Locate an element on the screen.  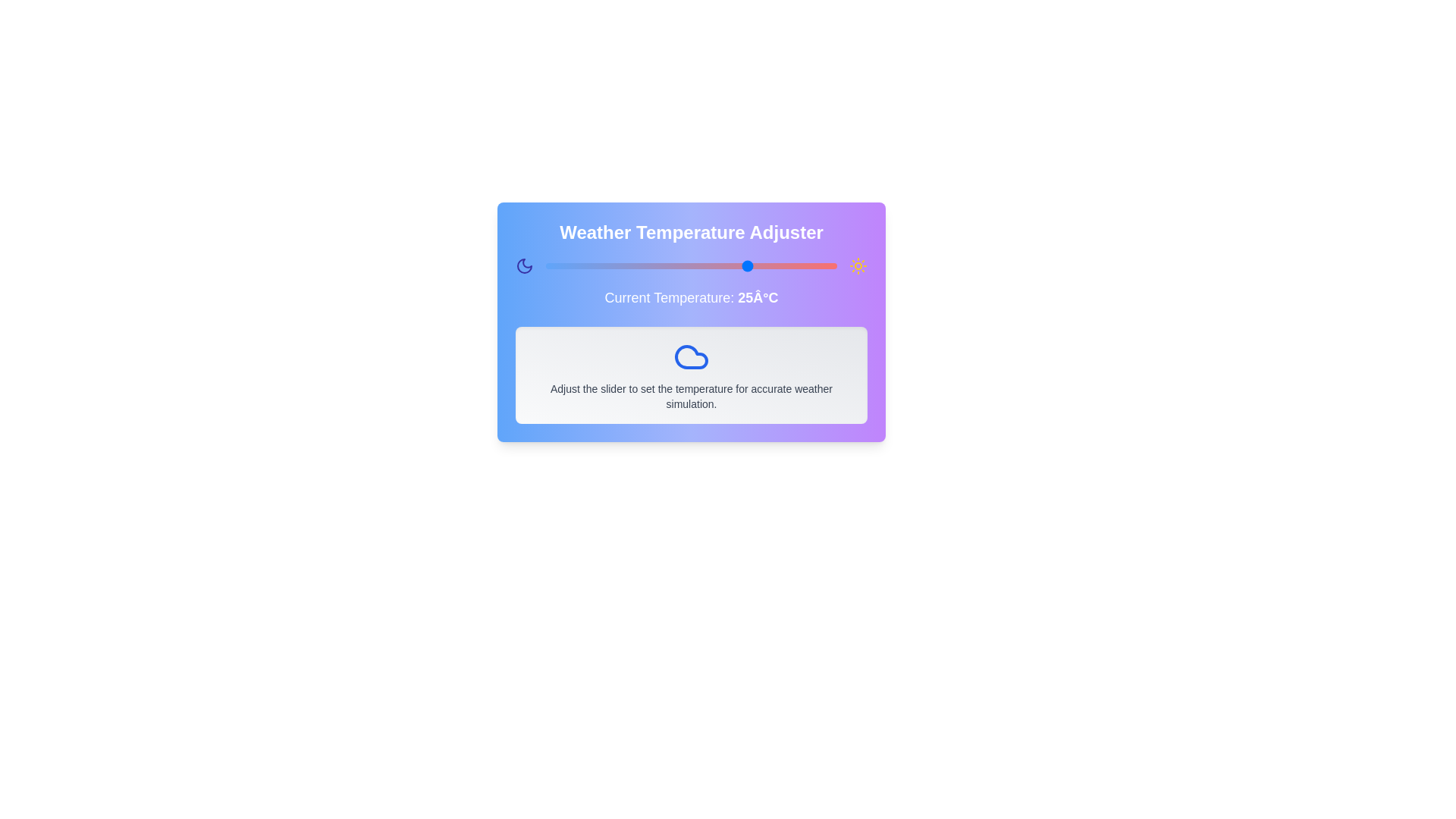
the slider to set the temperature to 23°C is located at coordinates (738, 265).